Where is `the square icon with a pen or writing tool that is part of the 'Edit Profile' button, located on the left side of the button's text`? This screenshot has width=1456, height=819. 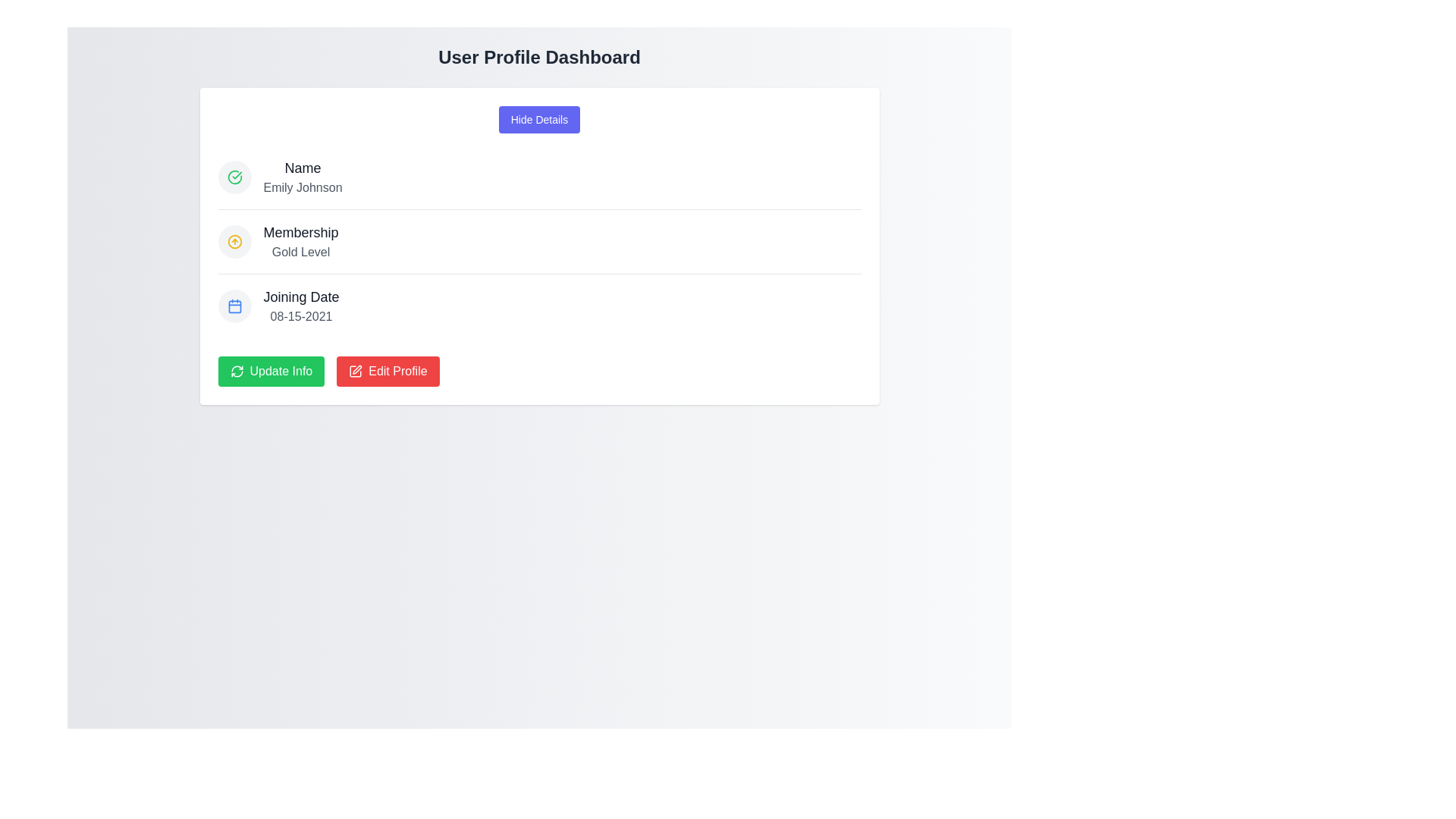
the square icon with a pen or writing tool that is part of the 'Edit Profile' button, located on the left side of the button's text is located at coordinates (355, 371).